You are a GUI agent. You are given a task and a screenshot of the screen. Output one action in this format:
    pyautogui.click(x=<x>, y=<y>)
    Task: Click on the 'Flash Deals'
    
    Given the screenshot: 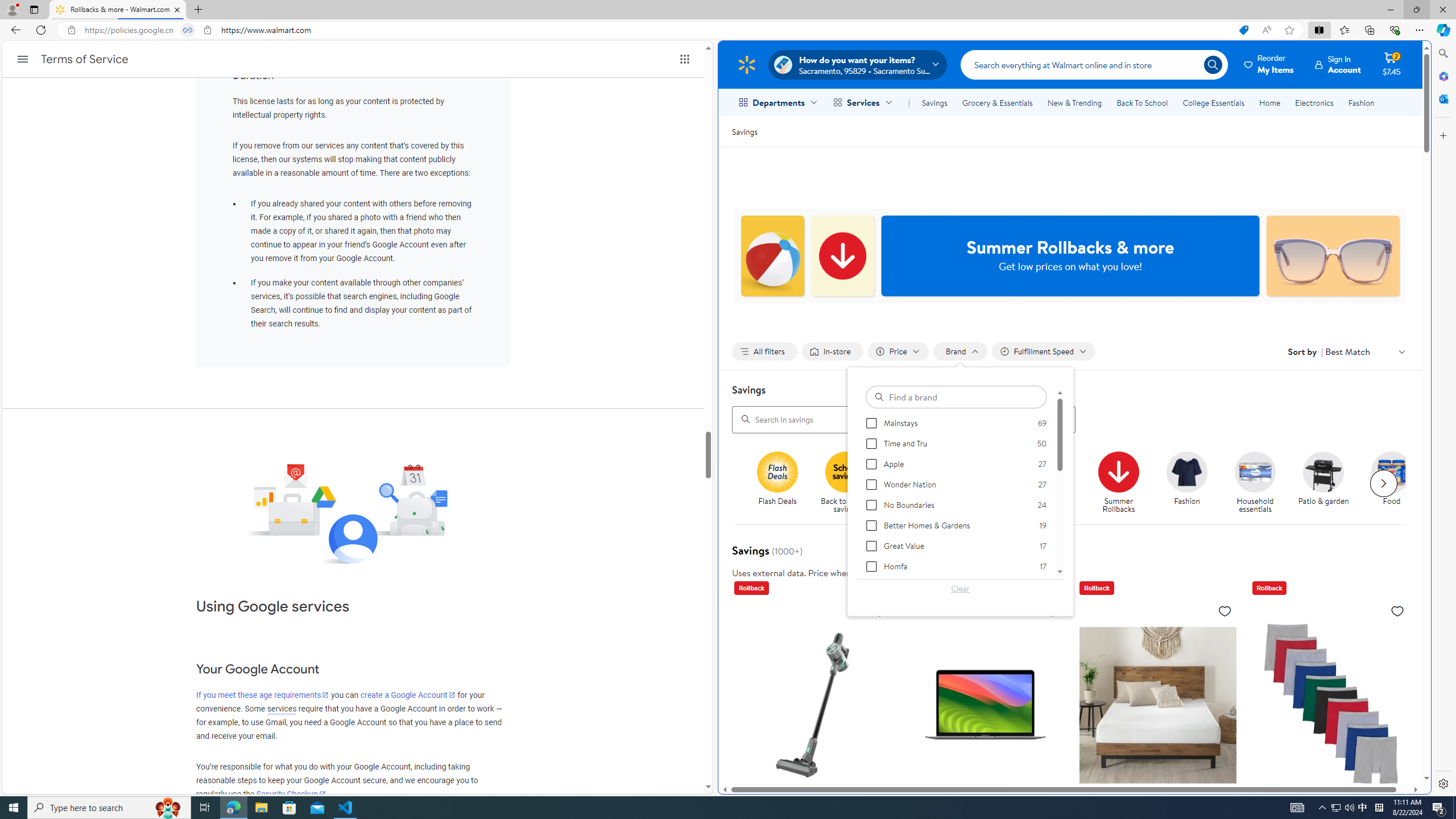 What is the action you would take?
    pyautogui.click(x=782, y=483)
    